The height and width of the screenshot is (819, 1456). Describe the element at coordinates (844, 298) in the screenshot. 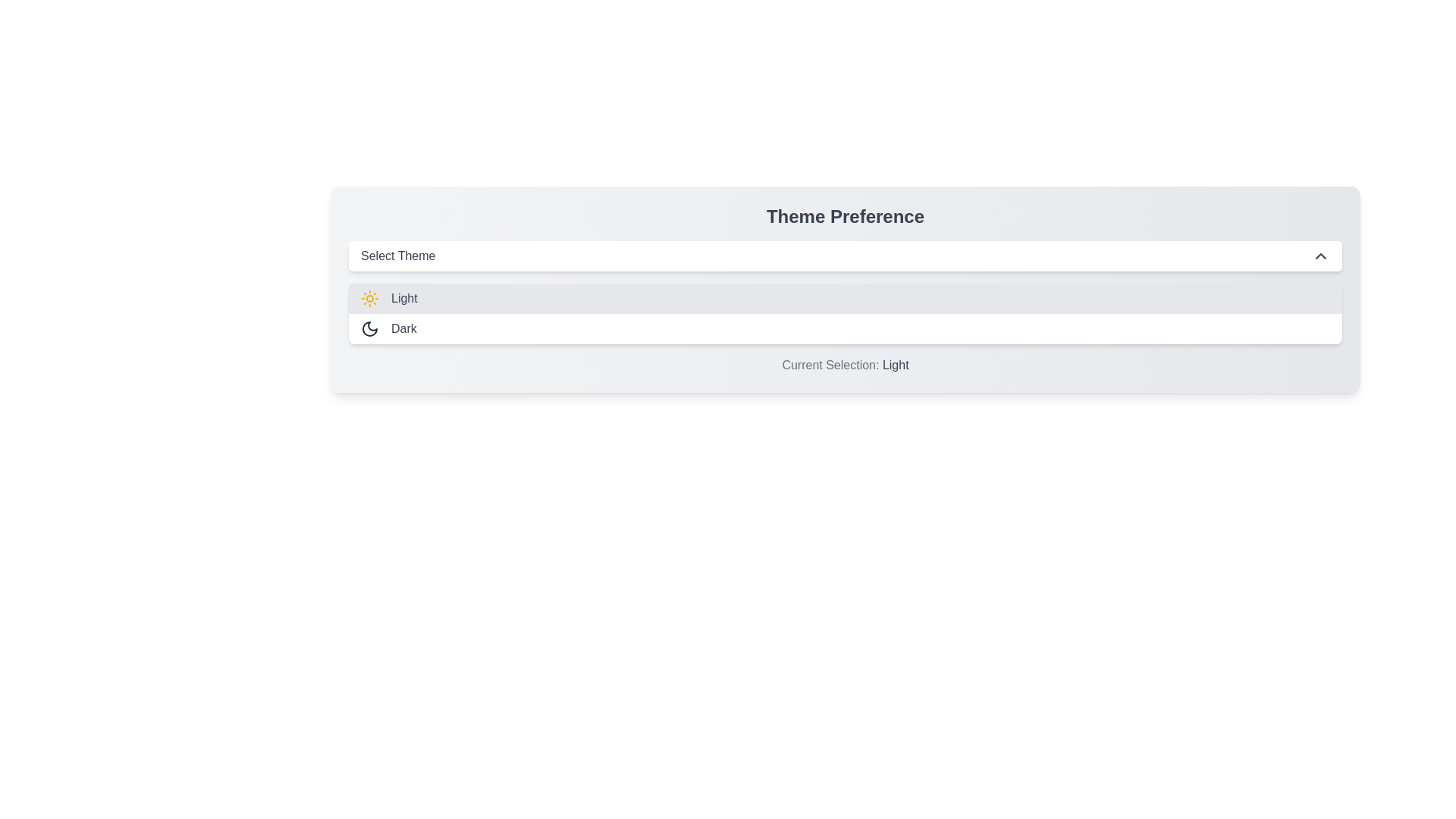

I see `the 'Light' theme button to select it` at that location.